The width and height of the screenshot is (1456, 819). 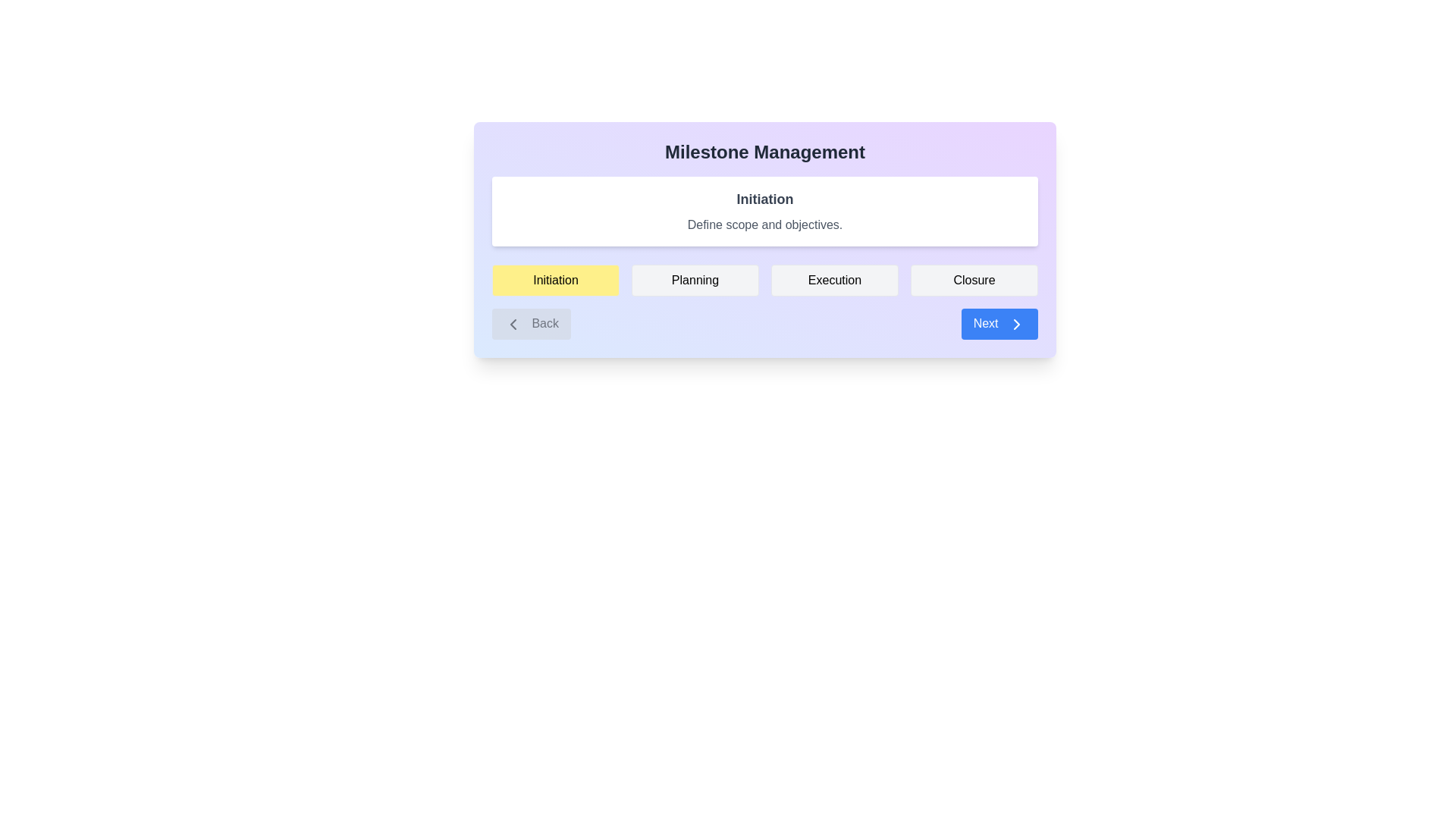 I want to click on the 'Next' button, which is a rectangular button with a vibrant blue background and white text, so click(x=999, y=323).